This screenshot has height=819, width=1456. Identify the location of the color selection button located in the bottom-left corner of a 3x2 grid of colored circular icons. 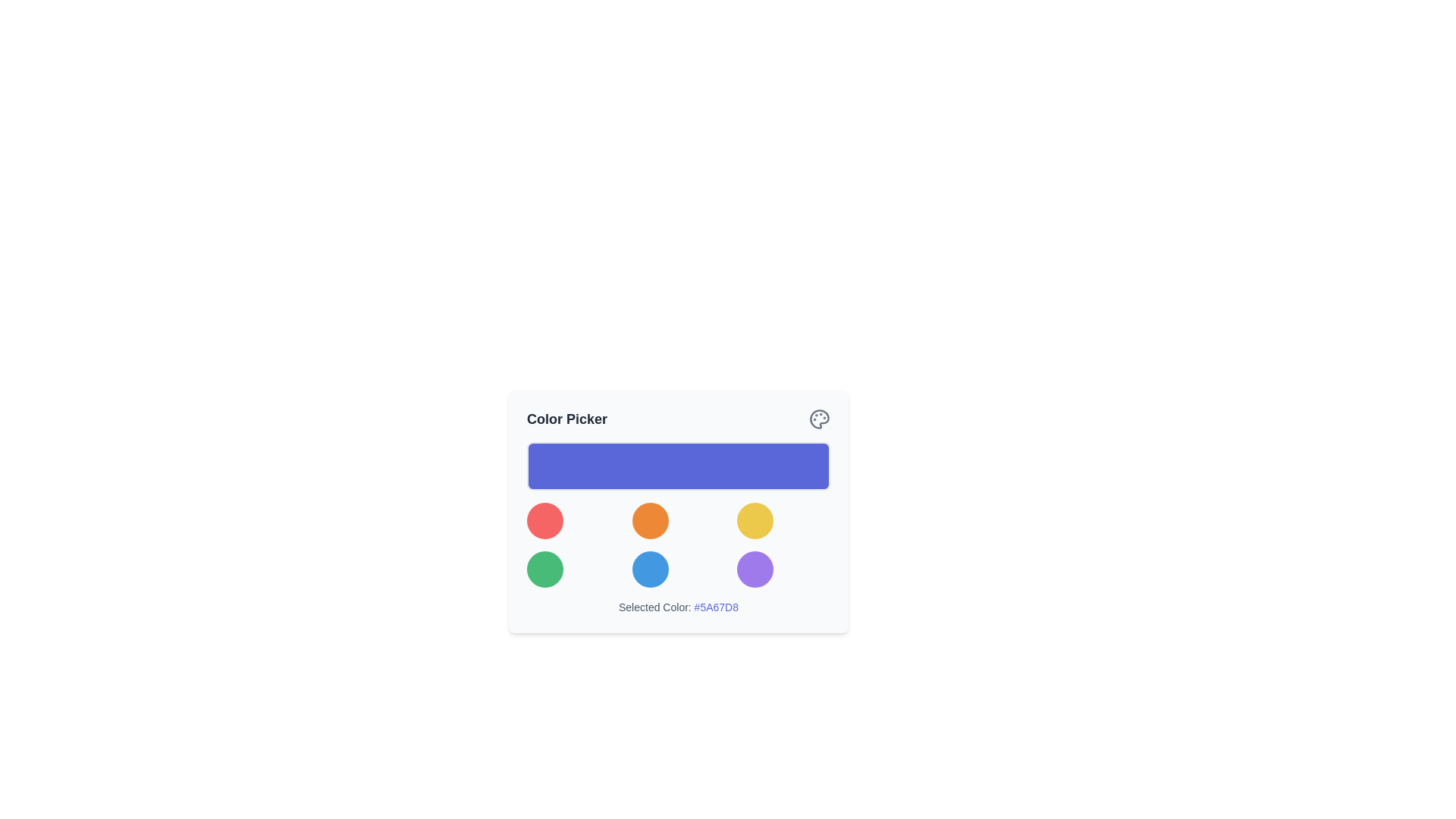
(545, 570).